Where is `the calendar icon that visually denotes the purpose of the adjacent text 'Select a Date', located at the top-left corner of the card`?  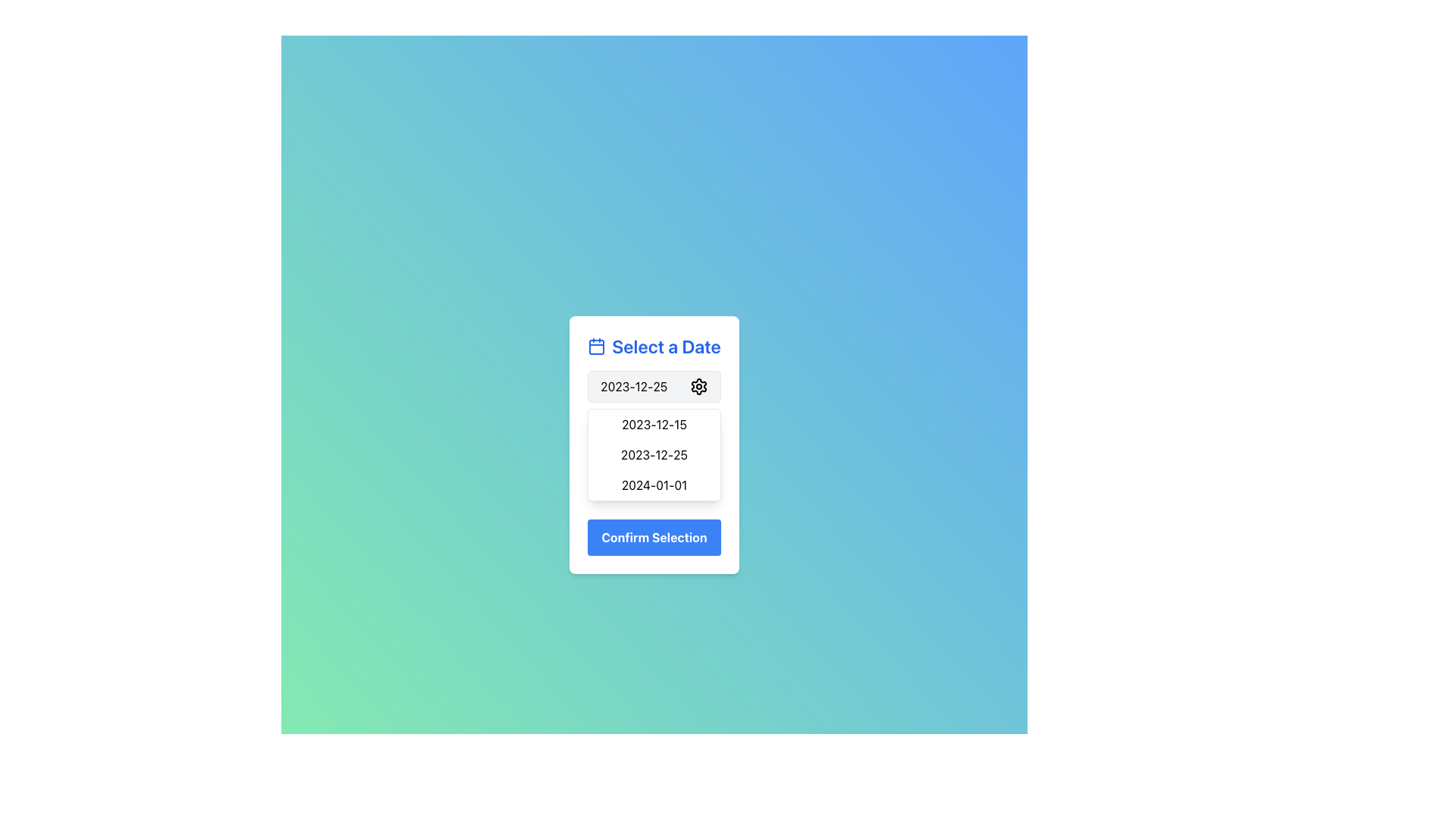 the calendar icon that visually denotes the purpose of the adjacent text 'Select a Date', located at the top-left corner of the card is located at coordinates (596, 346).